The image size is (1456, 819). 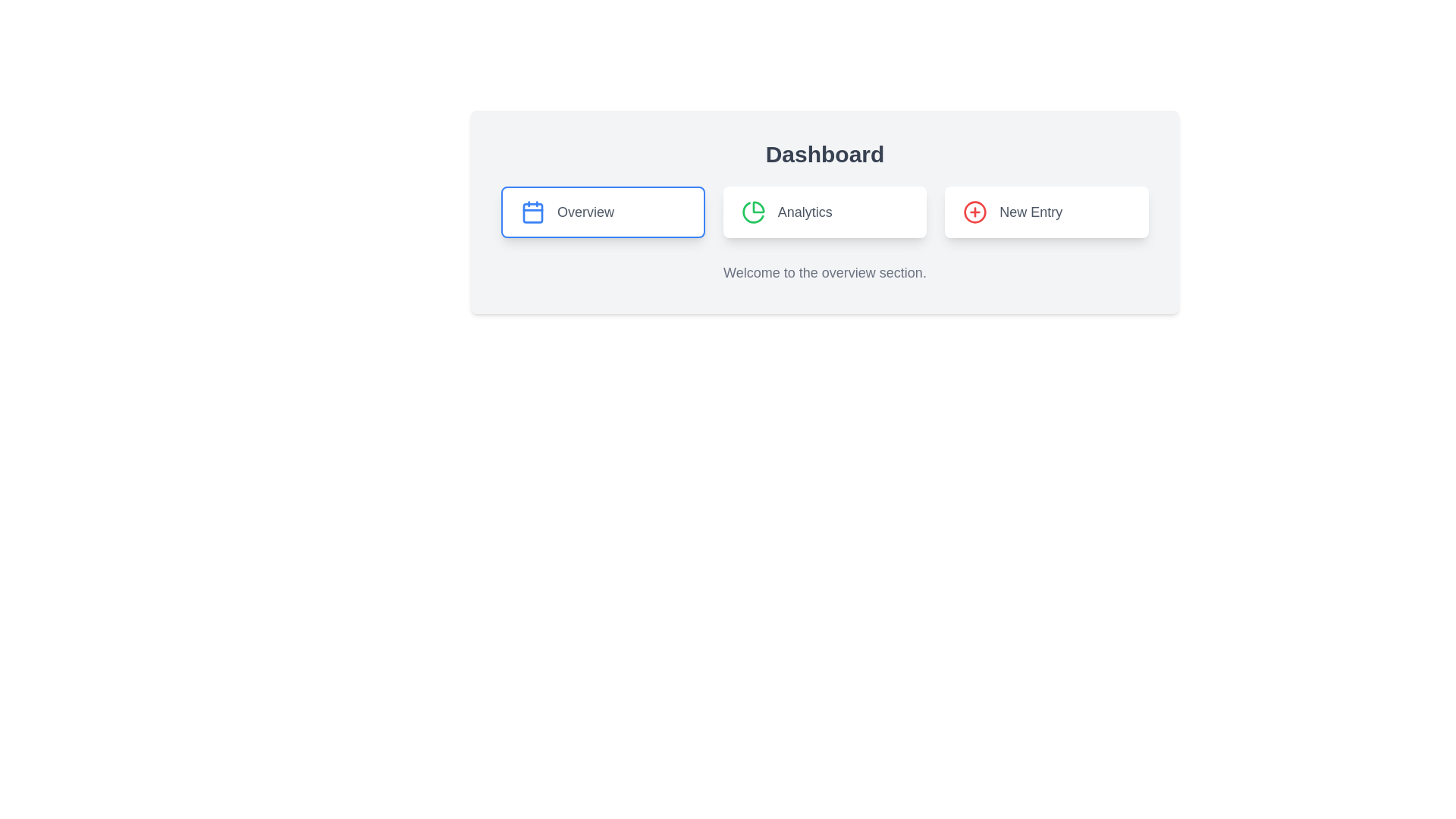 What do you see at coordinates (824, 212) in the screenshot?
I see `the Analytics button, which is the second button in a row of three on the dashboard, positioned between 'Overview' and 'New Entry'` at bounding box center [824, 212].